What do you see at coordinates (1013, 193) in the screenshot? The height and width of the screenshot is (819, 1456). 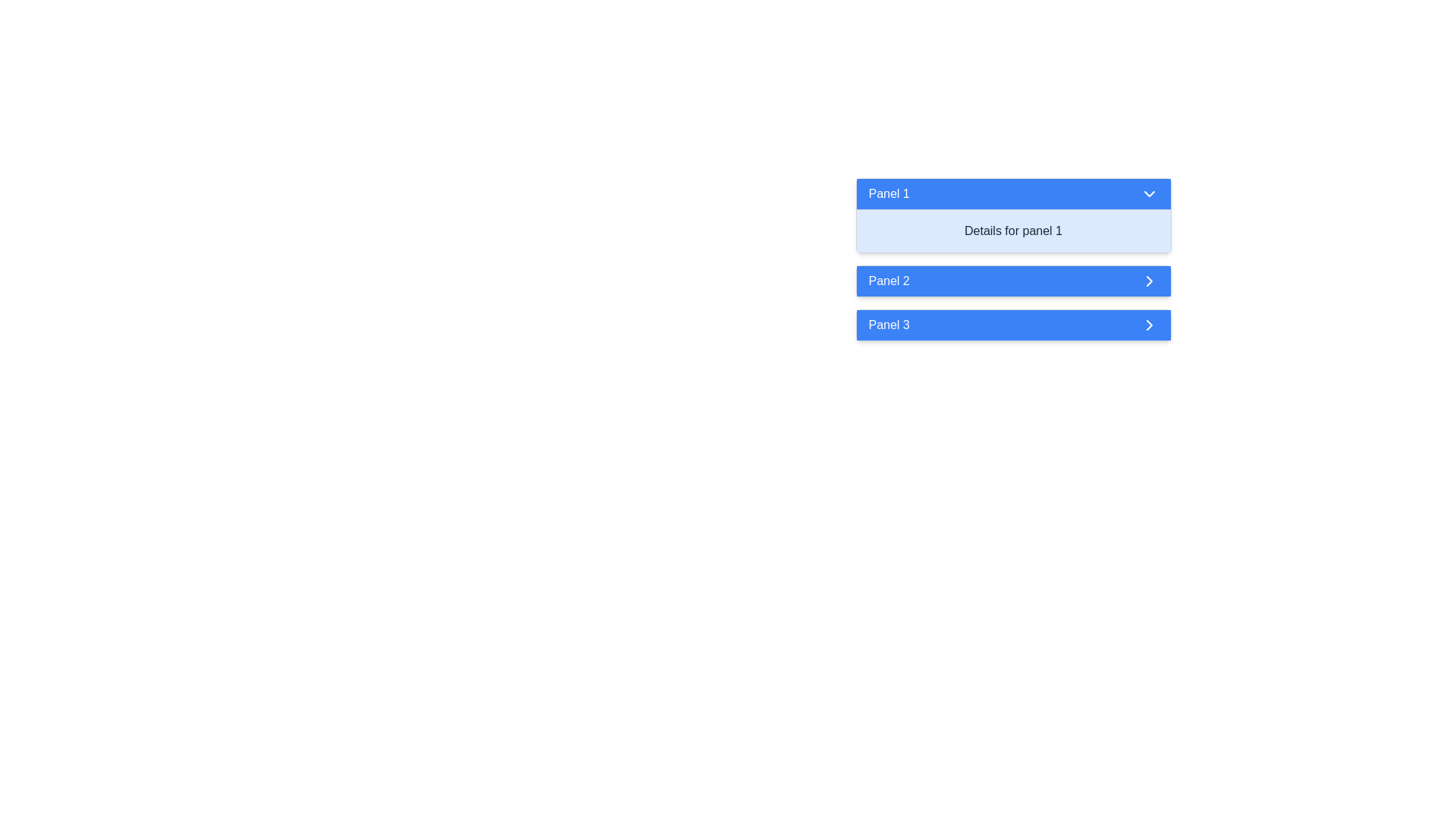 I see `the toggle button located at the top of 'Panel 1'` at bounding box center [1013, 193].